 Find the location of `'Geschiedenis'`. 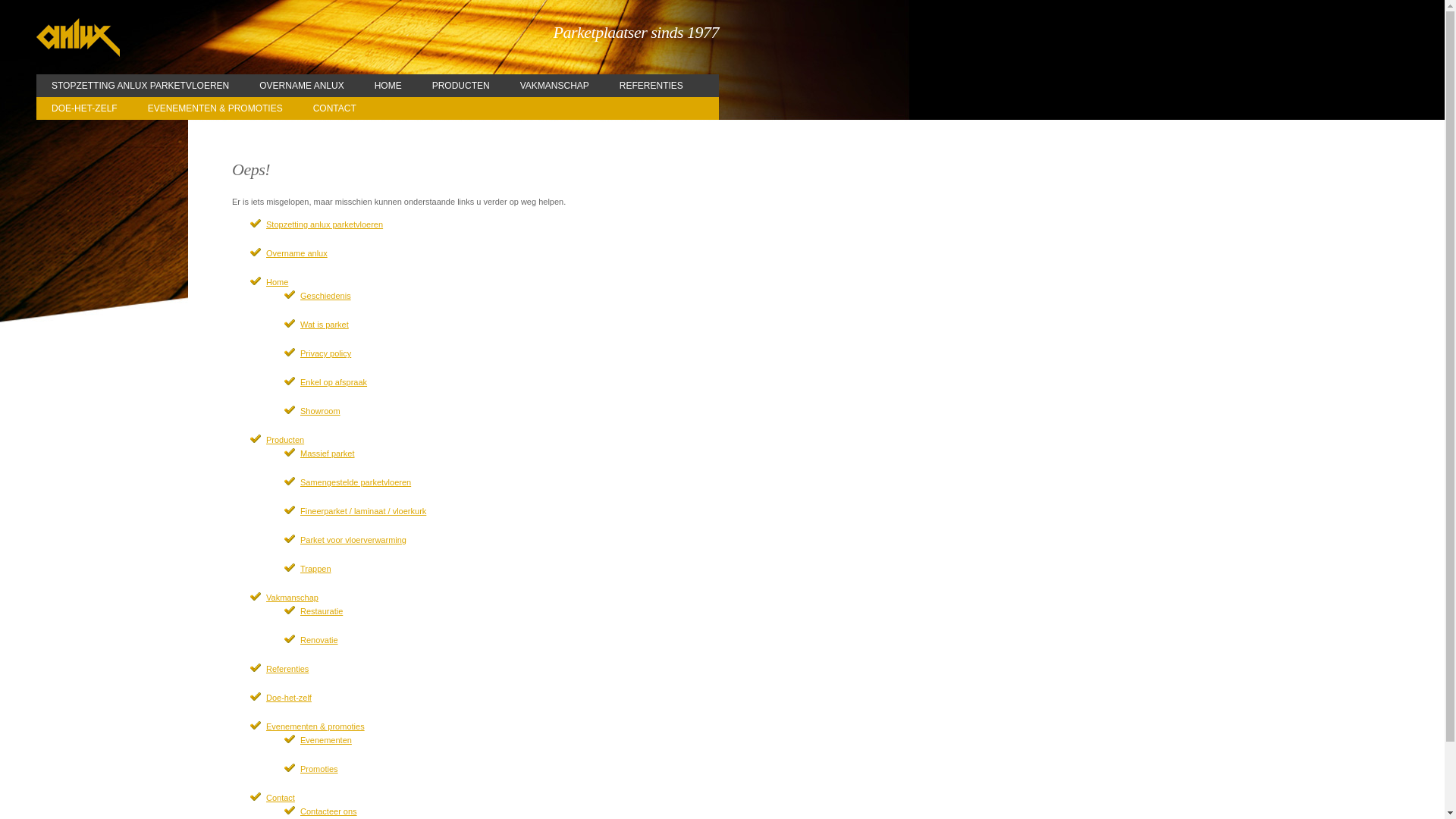

'Geschiedenis' is located at coordinates (325, 295).